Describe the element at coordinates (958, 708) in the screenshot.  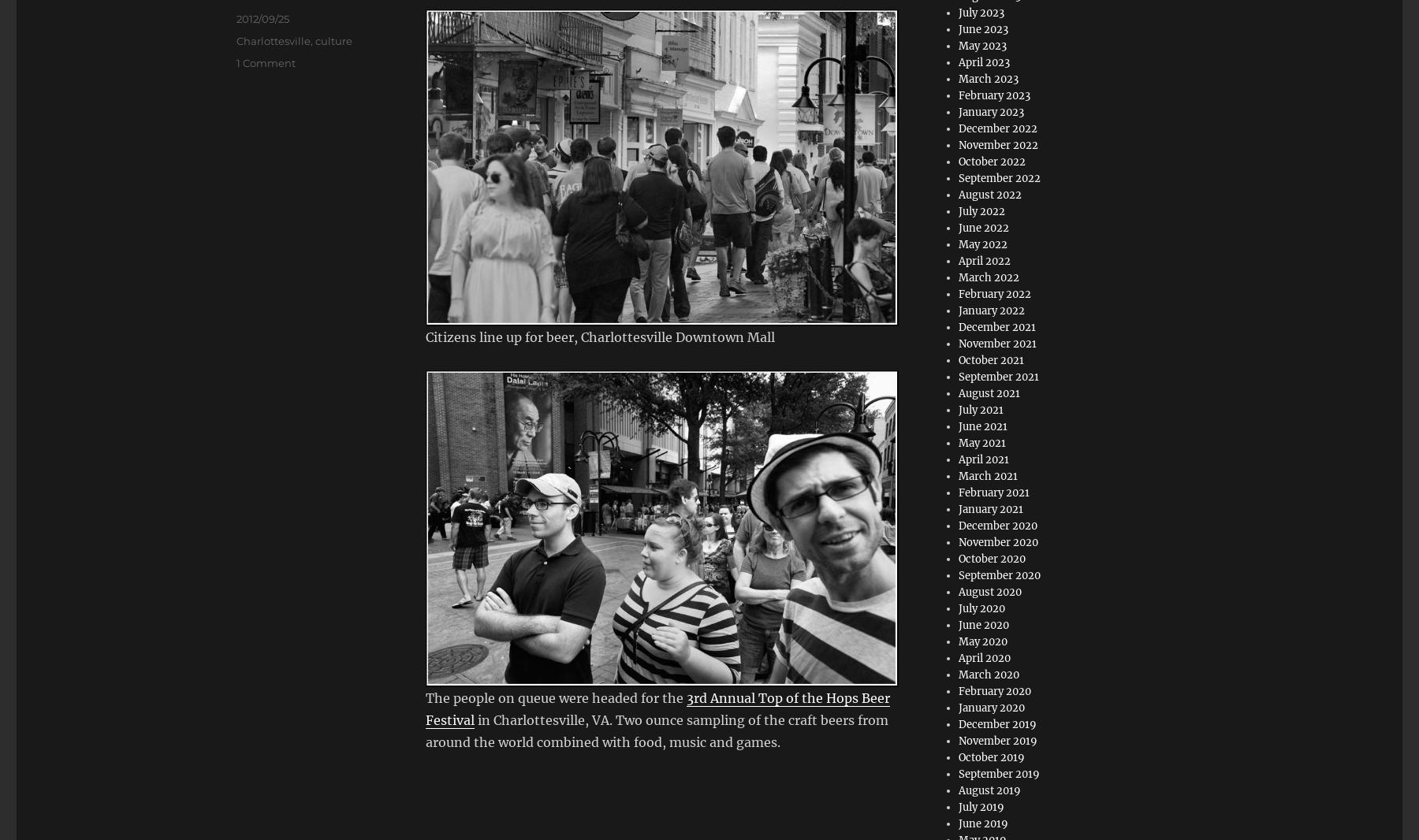
I see `'January 2020'` at that location.